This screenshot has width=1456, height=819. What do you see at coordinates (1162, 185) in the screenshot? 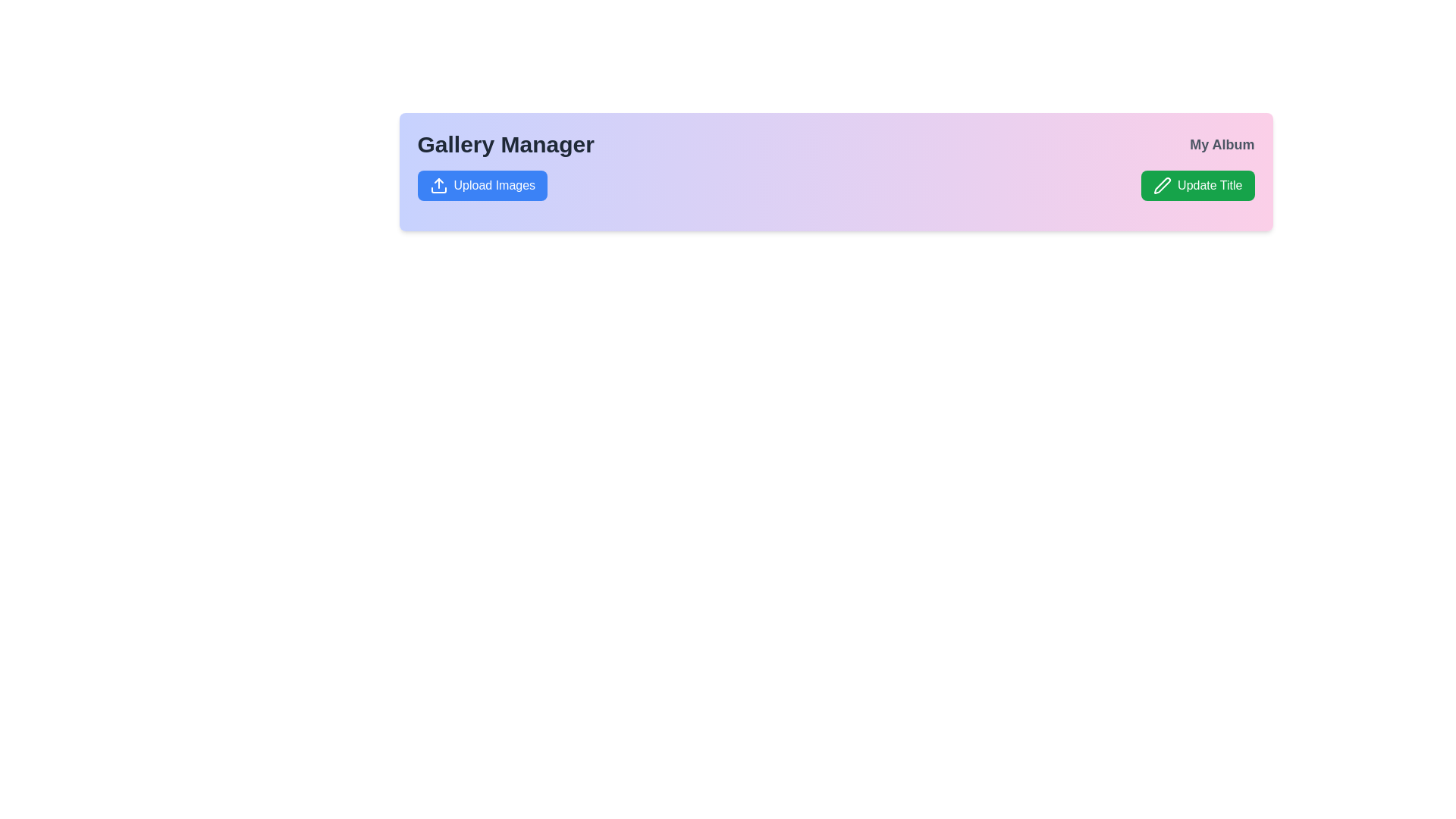
I see `the small pen icon with a white outline inside the 'Update Title' button, located at the top-right corner of the interface` at bounding box center [1162, 185].